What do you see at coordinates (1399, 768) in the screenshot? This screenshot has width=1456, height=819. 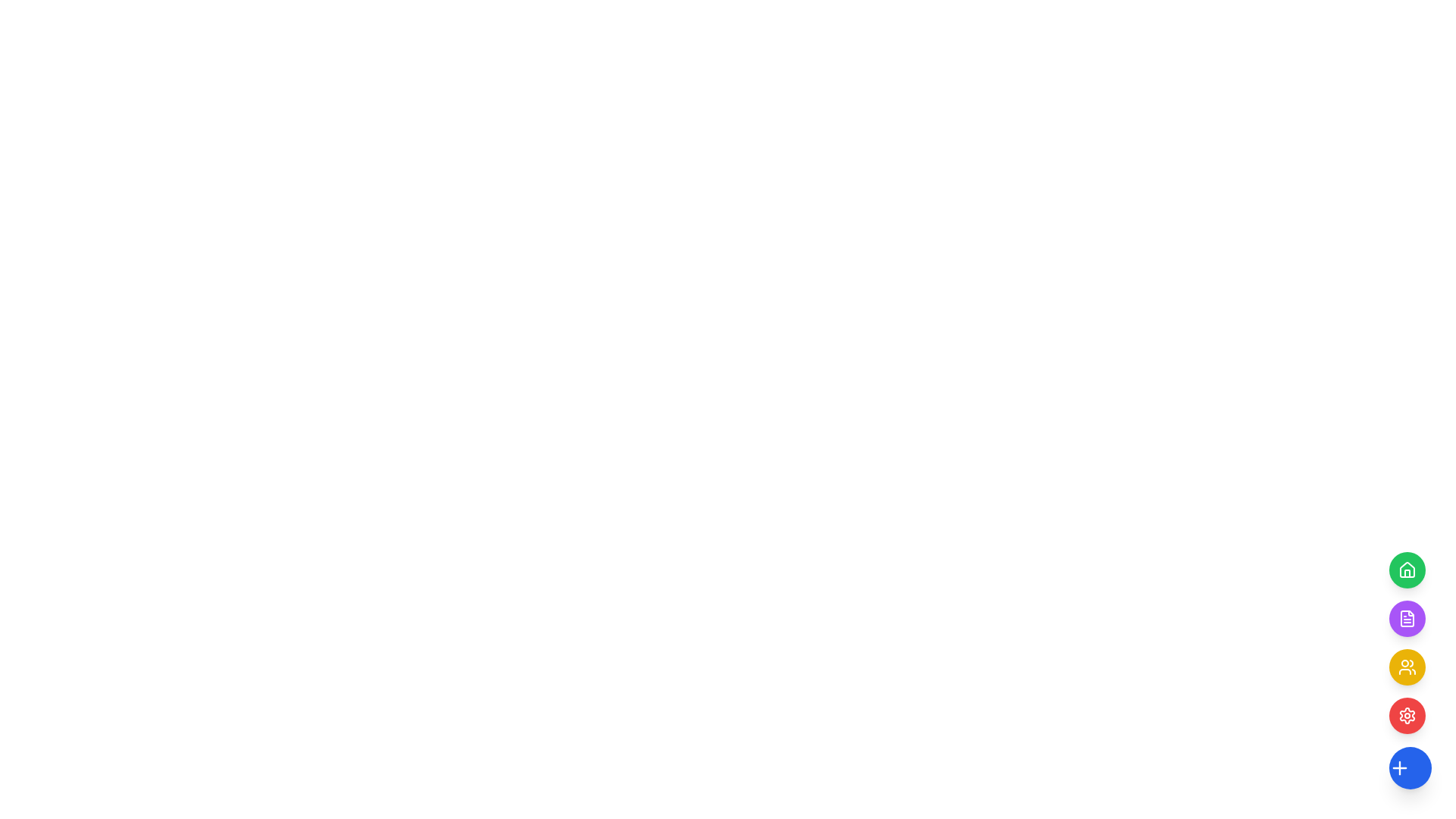 I see `the blue circular icon with a white plus symbol at its center, located at the bottom of a vertical stack of circular icons on the right side of the user interface` at bounding box center [1399, 768].